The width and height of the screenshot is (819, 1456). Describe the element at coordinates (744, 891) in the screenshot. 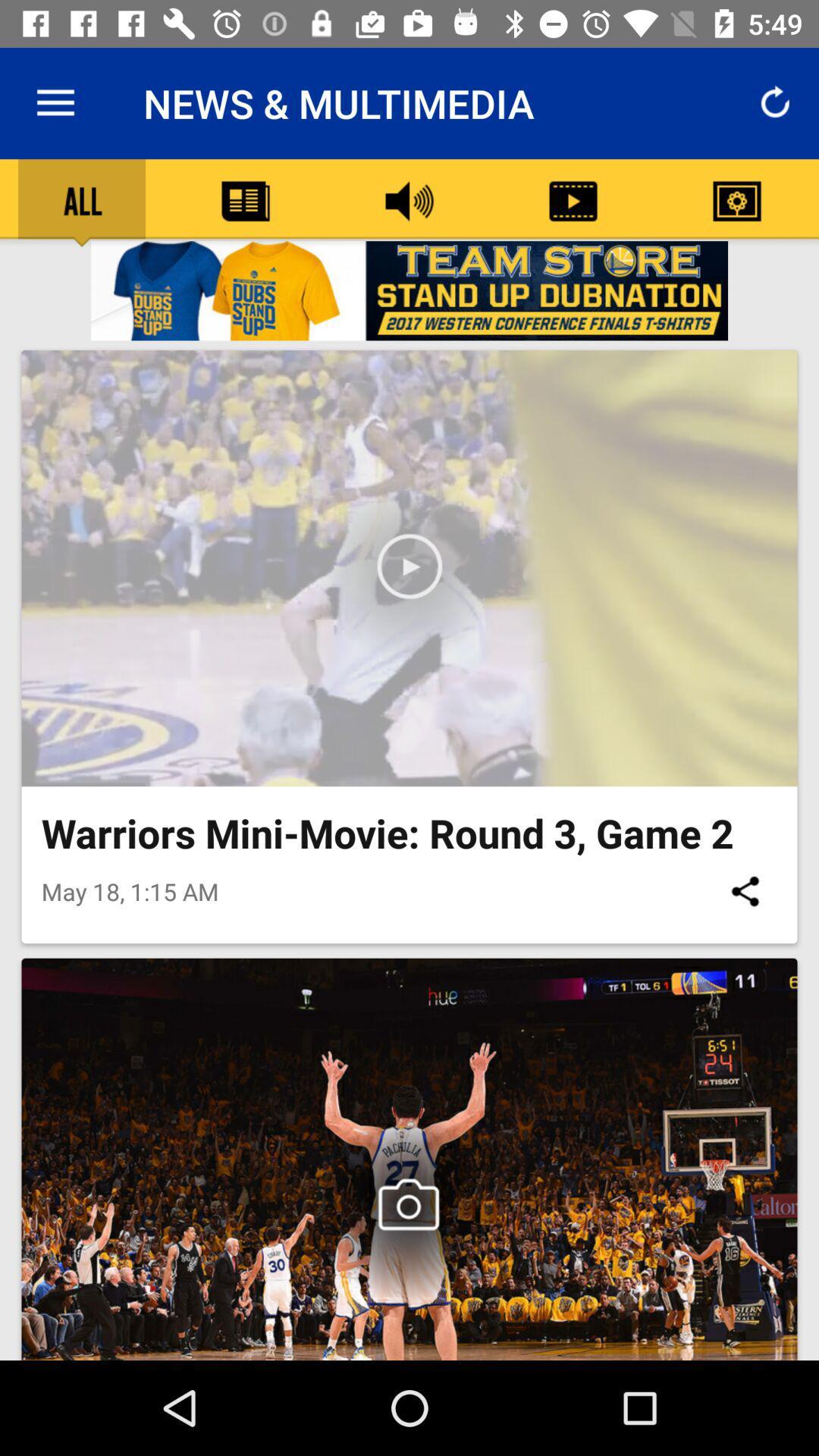

I see `the icon below the warriors mini movie icon` at that location.